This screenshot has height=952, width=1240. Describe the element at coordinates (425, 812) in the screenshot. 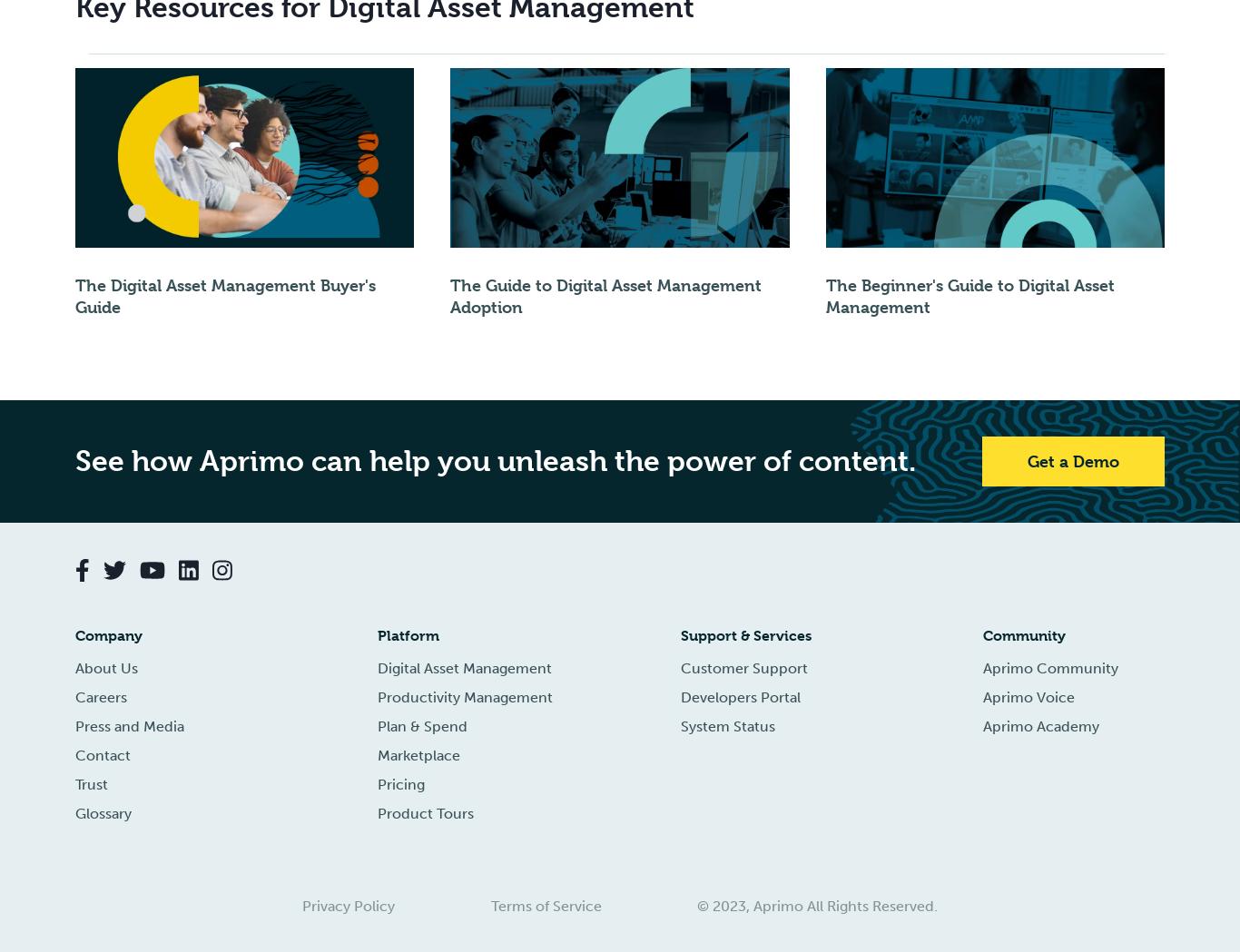

I see `'Product Tours'` at that location.